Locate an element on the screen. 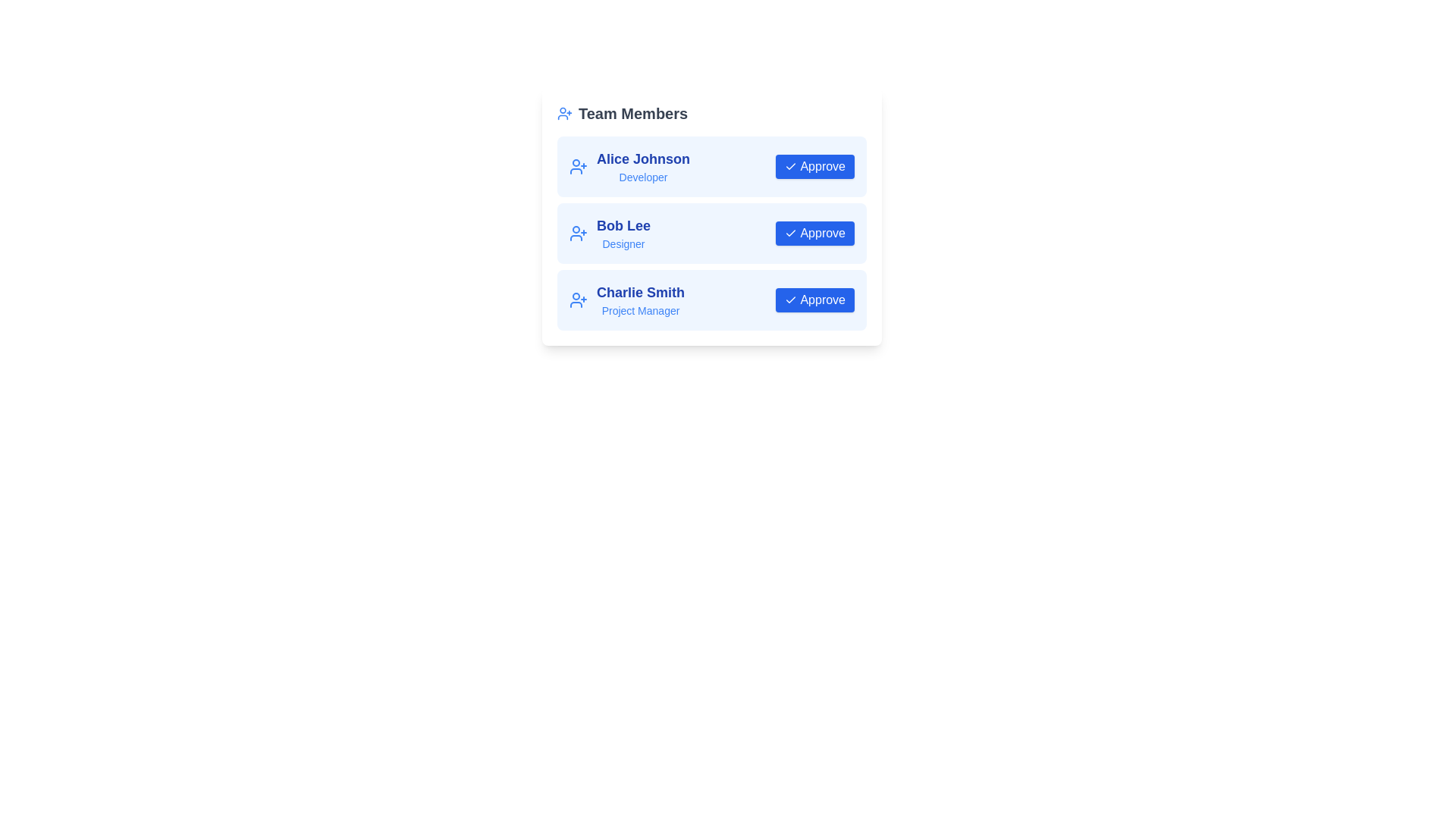 This screenshot has height=819, width=1456. the interactive button of the second team member's profile in the 'Team Members' card is located at coordinates (711, 234).